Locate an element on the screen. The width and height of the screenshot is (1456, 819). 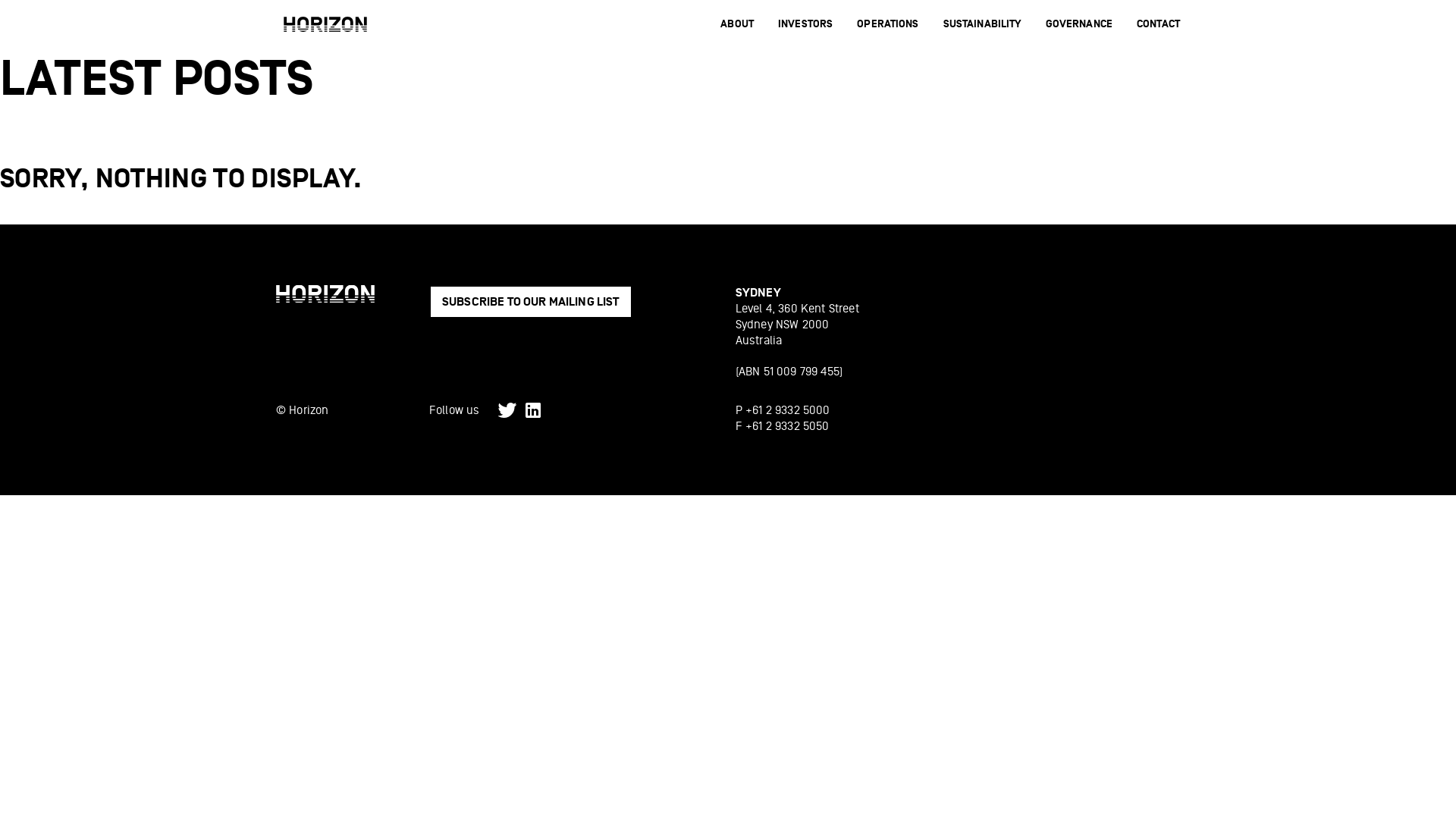
'Twitter' is located at coordinates (507, 409).